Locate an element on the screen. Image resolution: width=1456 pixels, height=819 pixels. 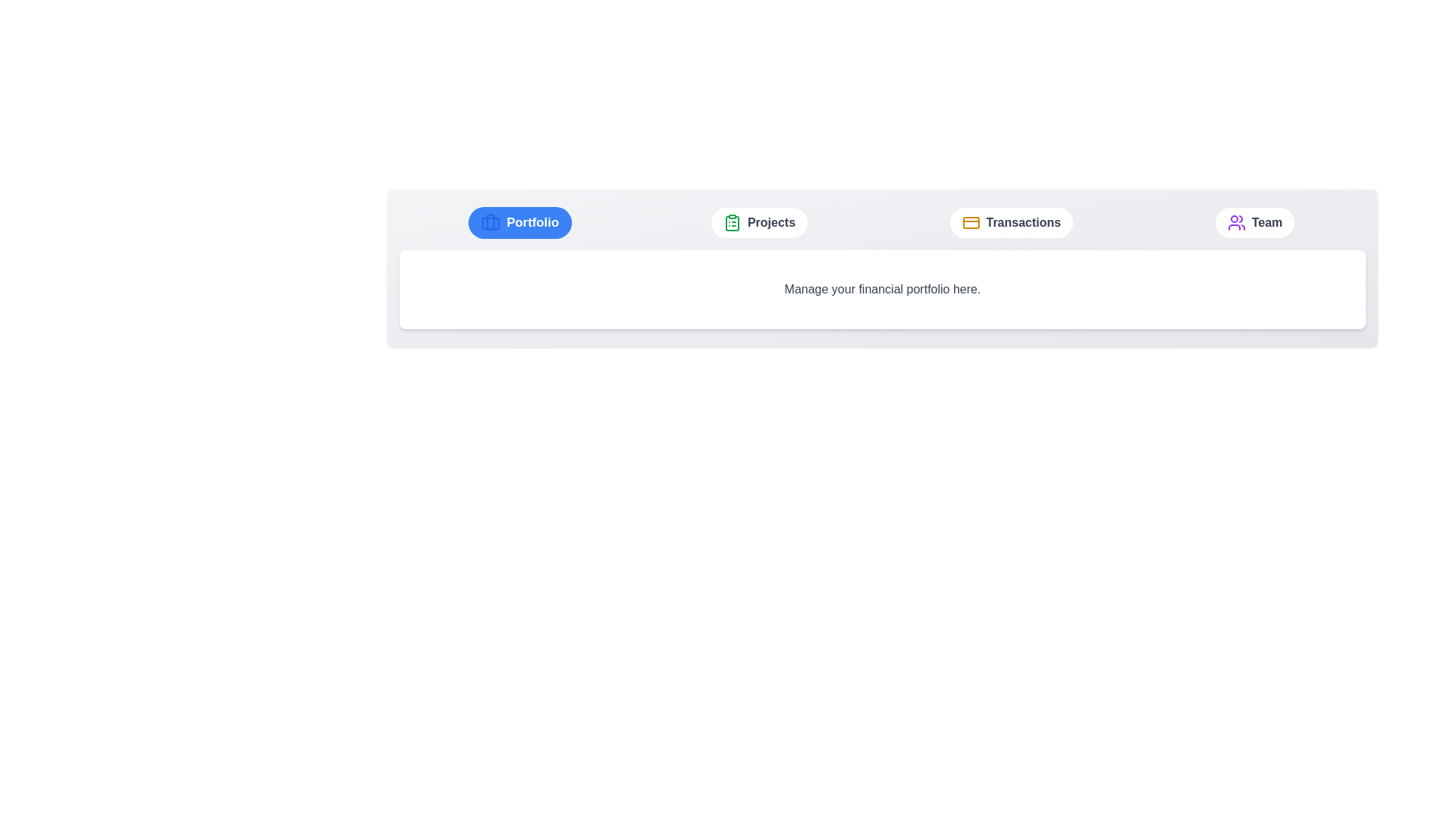
the Portfolio tab is located at coordinates (519, 222).